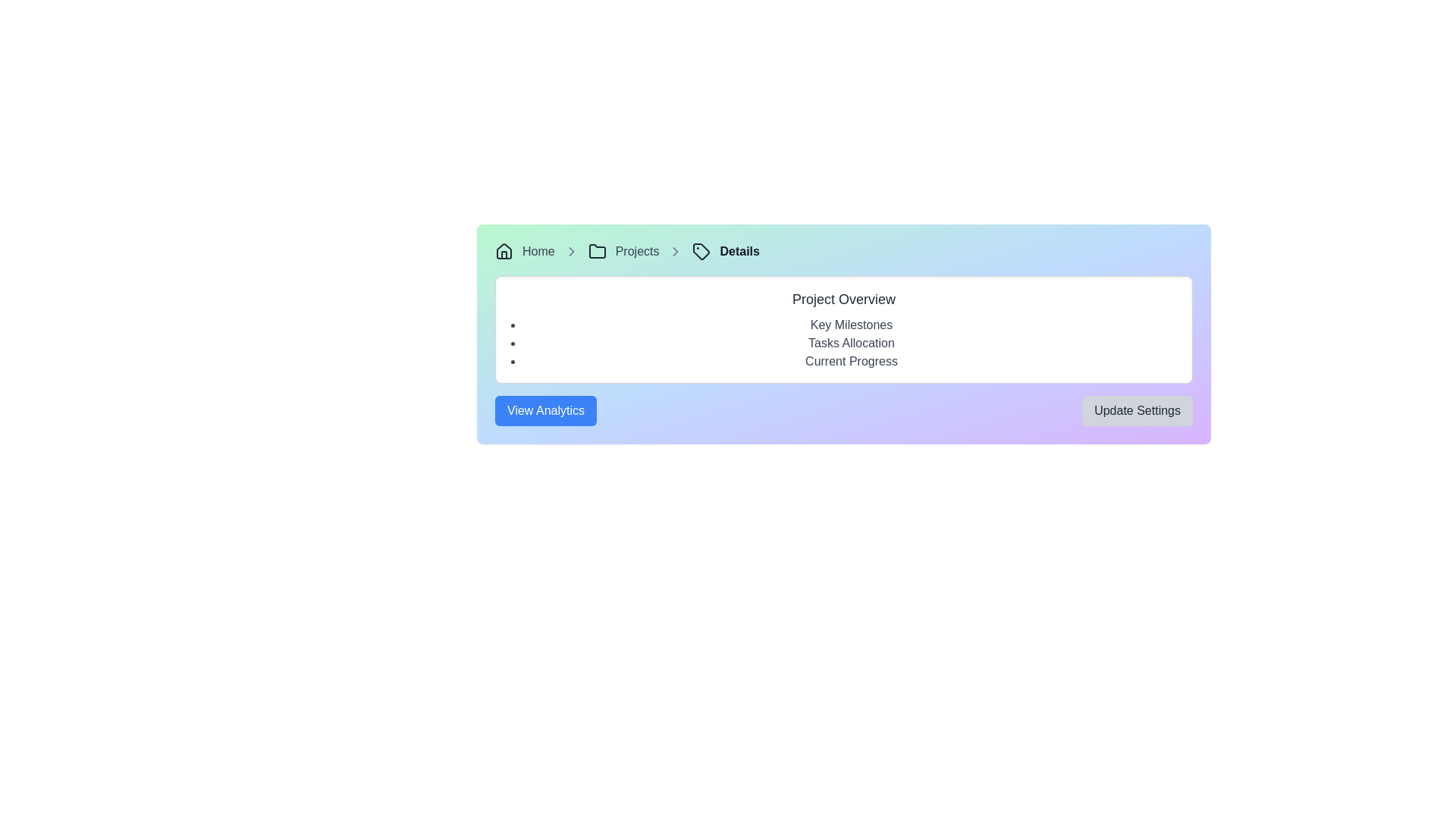  What do you see at coordinates (504, 250) in the screenshot?
I see `the house-shaped icon located at the start of the breadcrumb navigation bar` at bounding box center [504, 250].